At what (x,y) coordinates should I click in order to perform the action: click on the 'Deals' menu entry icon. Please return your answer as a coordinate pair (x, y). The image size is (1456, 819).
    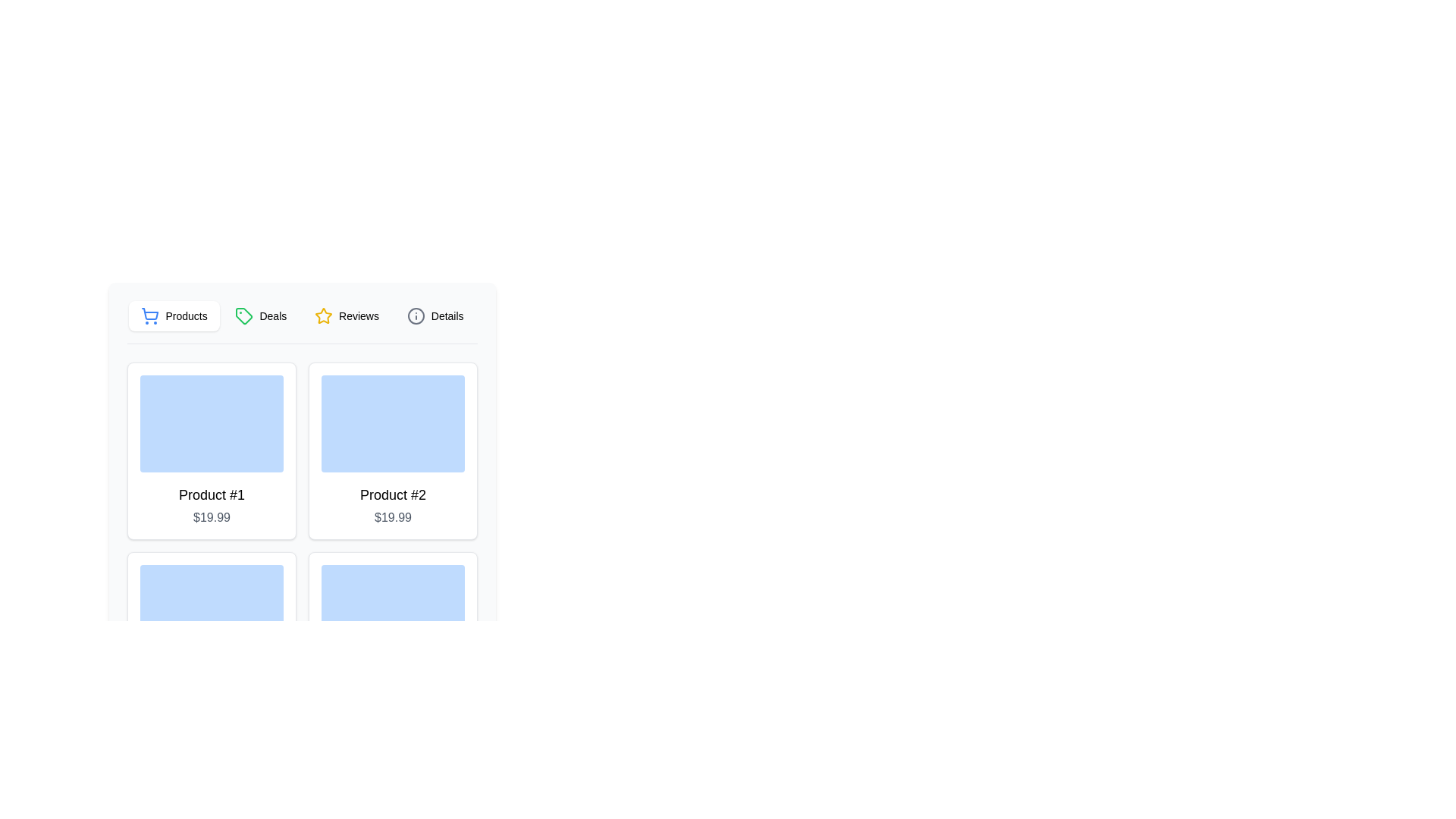
    Looking at the image, I should click on (244, 315).